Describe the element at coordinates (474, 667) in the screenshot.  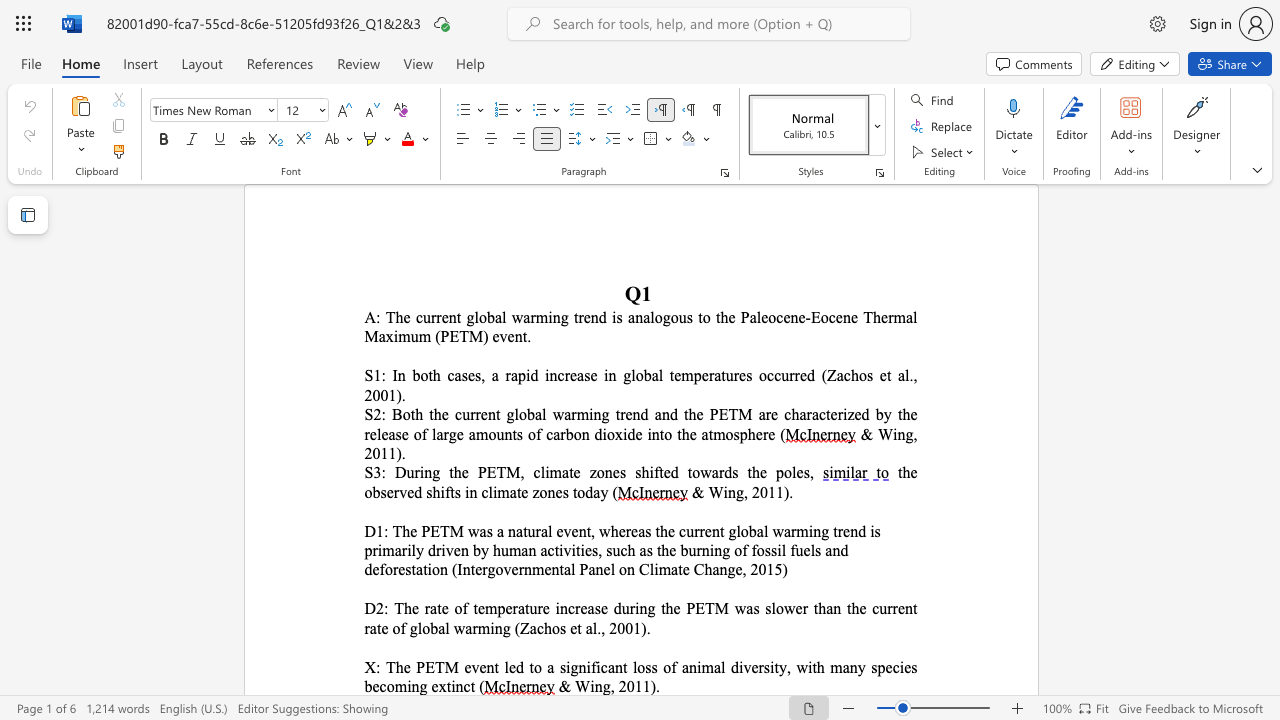
I see `the 1th character "v" in the text` at that location.